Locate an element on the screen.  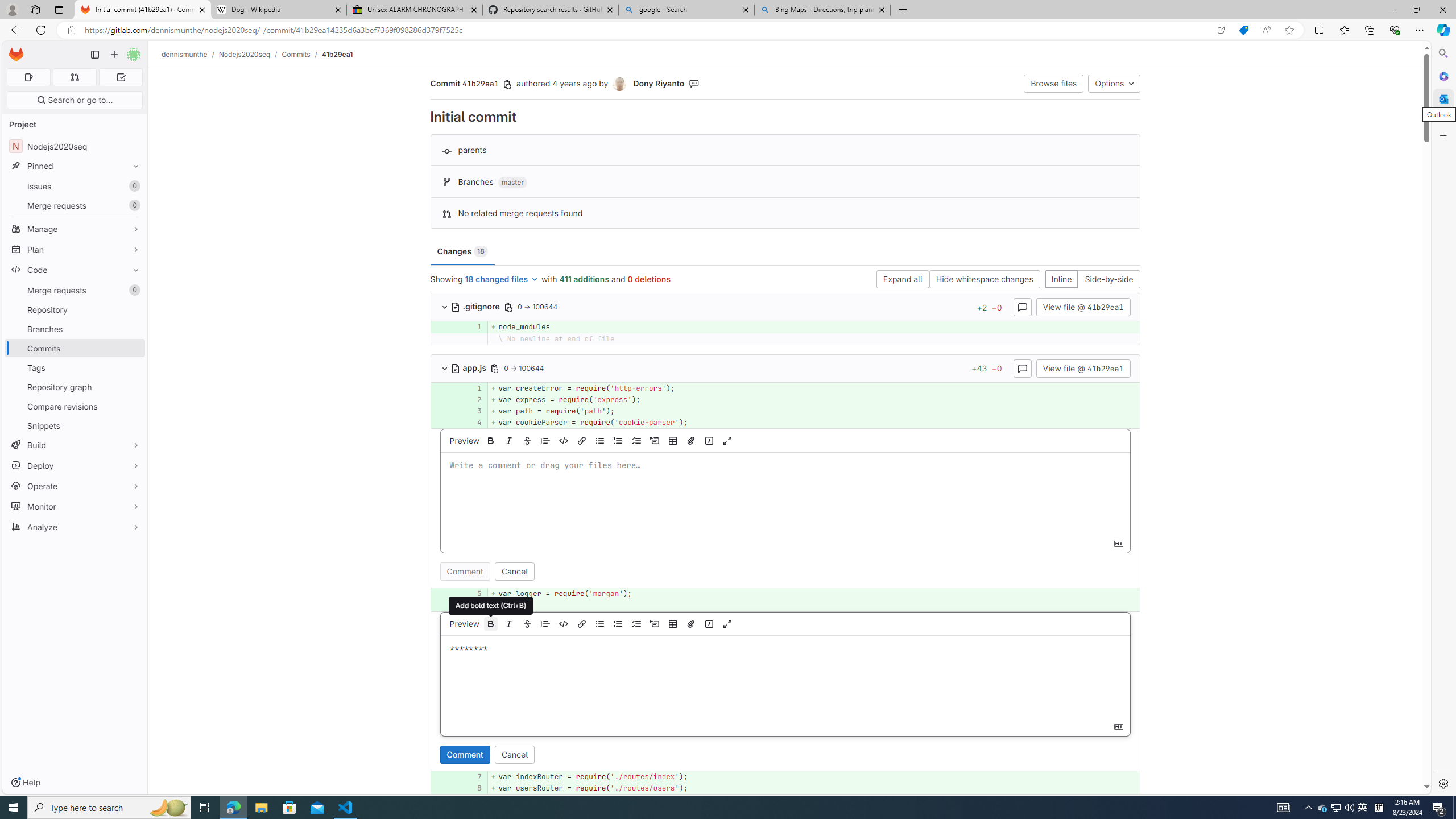
'Build' is located at coordinates (74, 444).